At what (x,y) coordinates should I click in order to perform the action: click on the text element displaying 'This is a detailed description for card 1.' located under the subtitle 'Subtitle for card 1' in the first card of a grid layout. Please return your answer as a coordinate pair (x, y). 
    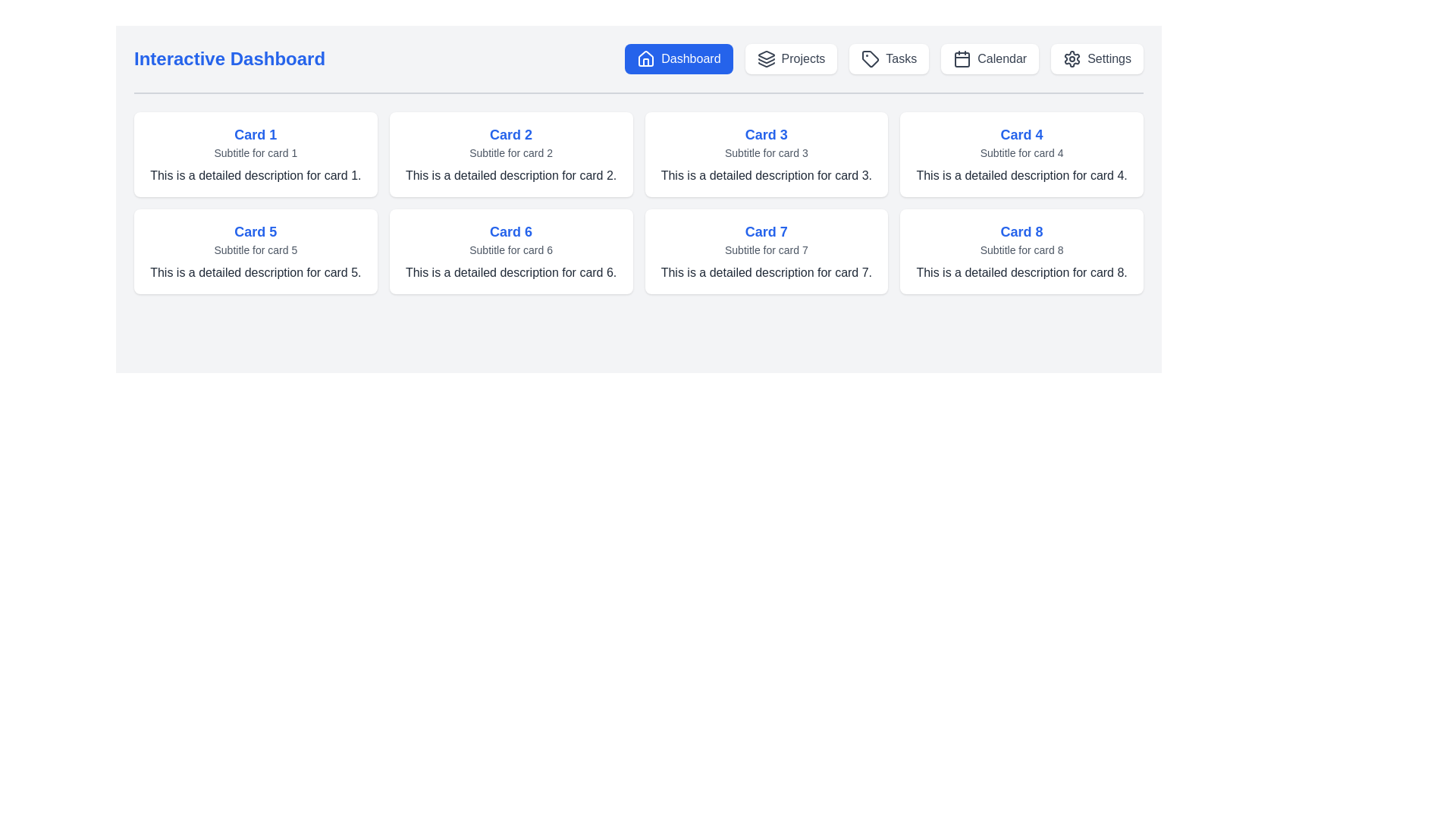
    Looking at the image, I should click on (256, 174).